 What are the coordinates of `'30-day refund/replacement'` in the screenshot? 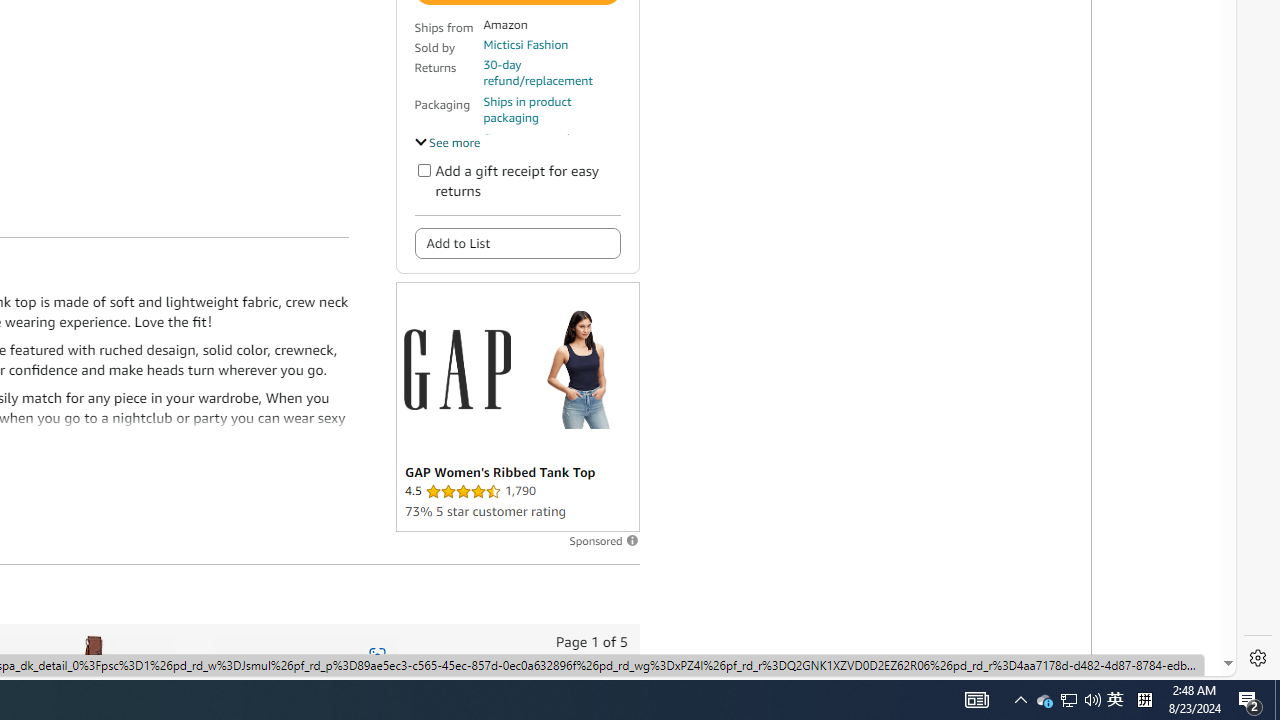 It's located at (551, 72).